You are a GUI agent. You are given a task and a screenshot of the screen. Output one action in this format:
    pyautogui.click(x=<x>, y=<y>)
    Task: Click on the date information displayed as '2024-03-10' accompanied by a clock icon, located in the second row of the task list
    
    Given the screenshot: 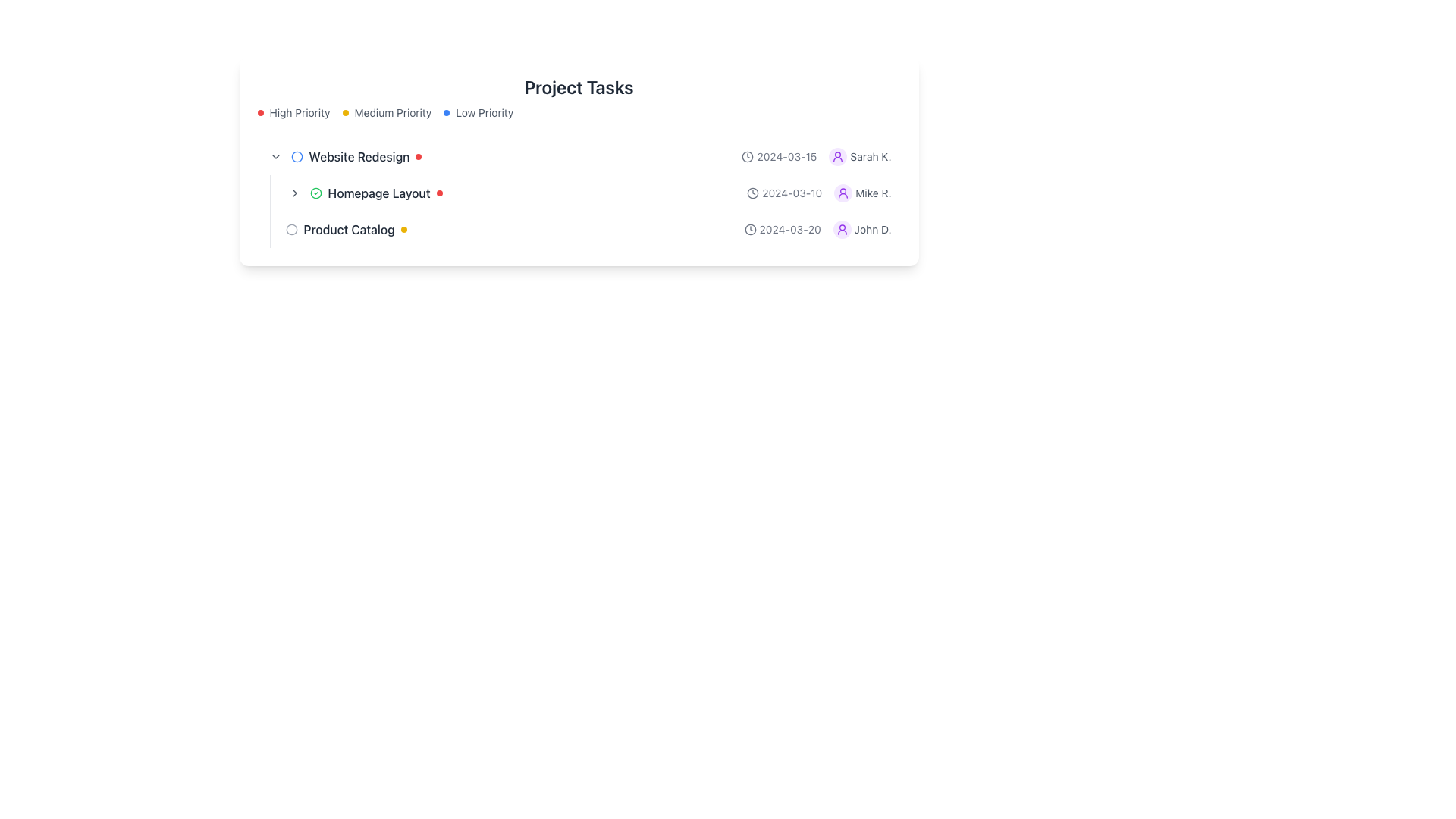 What is the action you would take?
    pyautogui.click(x=784, y=192)
    